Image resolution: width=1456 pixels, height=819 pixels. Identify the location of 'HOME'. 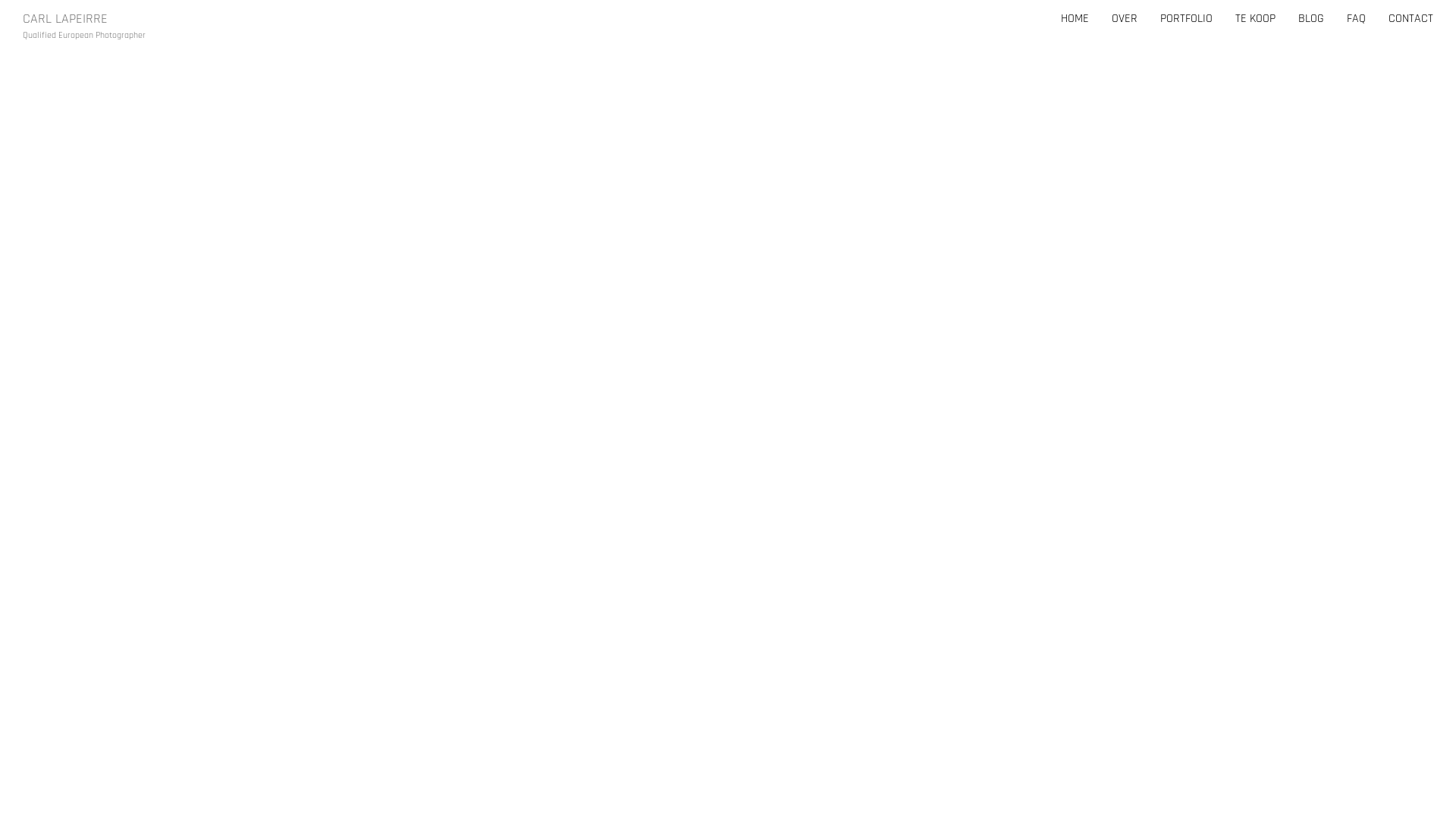
(1074, 18).